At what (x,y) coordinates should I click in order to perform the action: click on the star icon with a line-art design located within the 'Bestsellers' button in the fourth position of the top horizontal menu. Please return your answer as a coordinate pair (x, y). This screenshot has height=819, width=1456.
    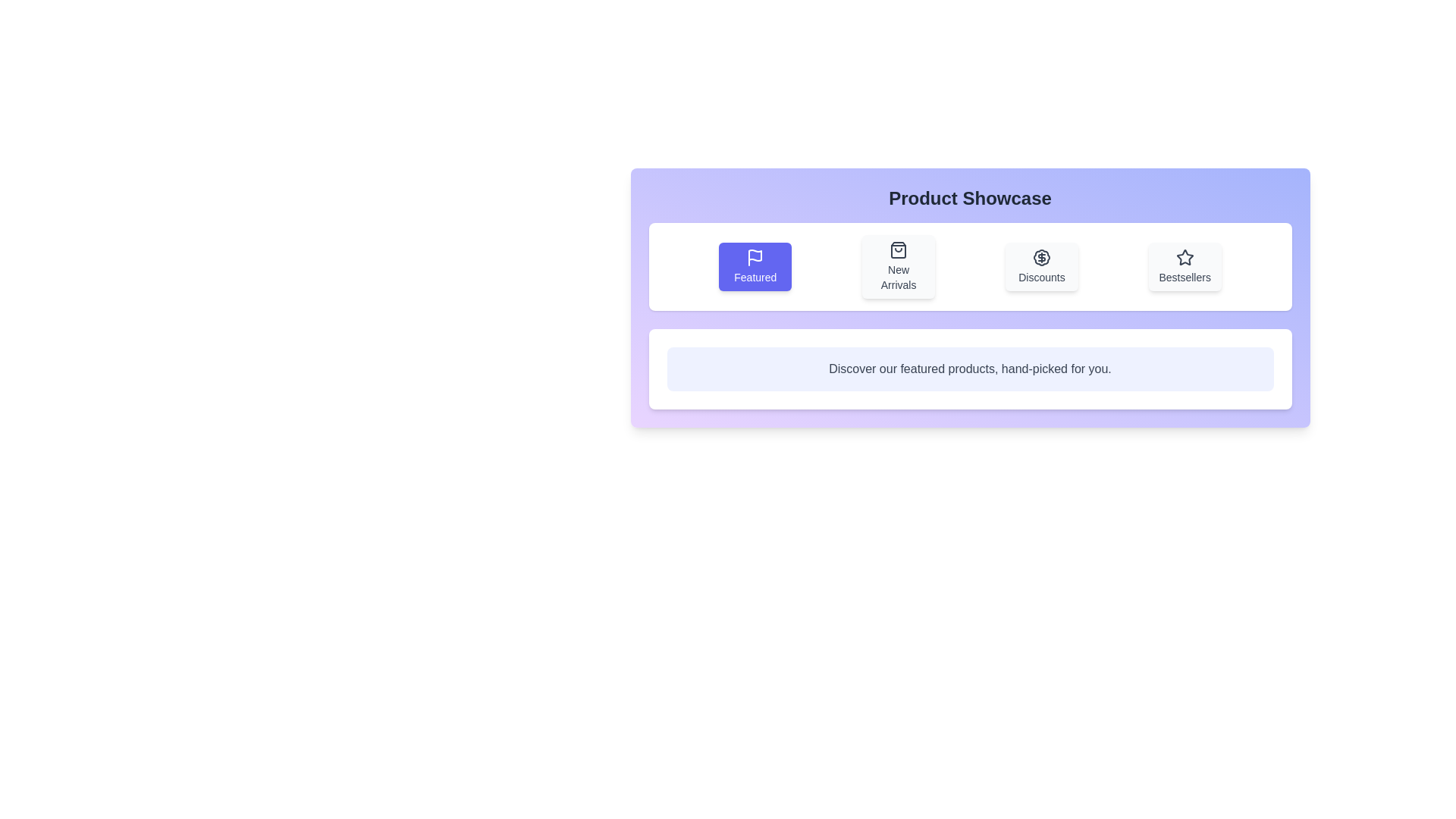
    Looking at the image, I should click on (1184, 256).